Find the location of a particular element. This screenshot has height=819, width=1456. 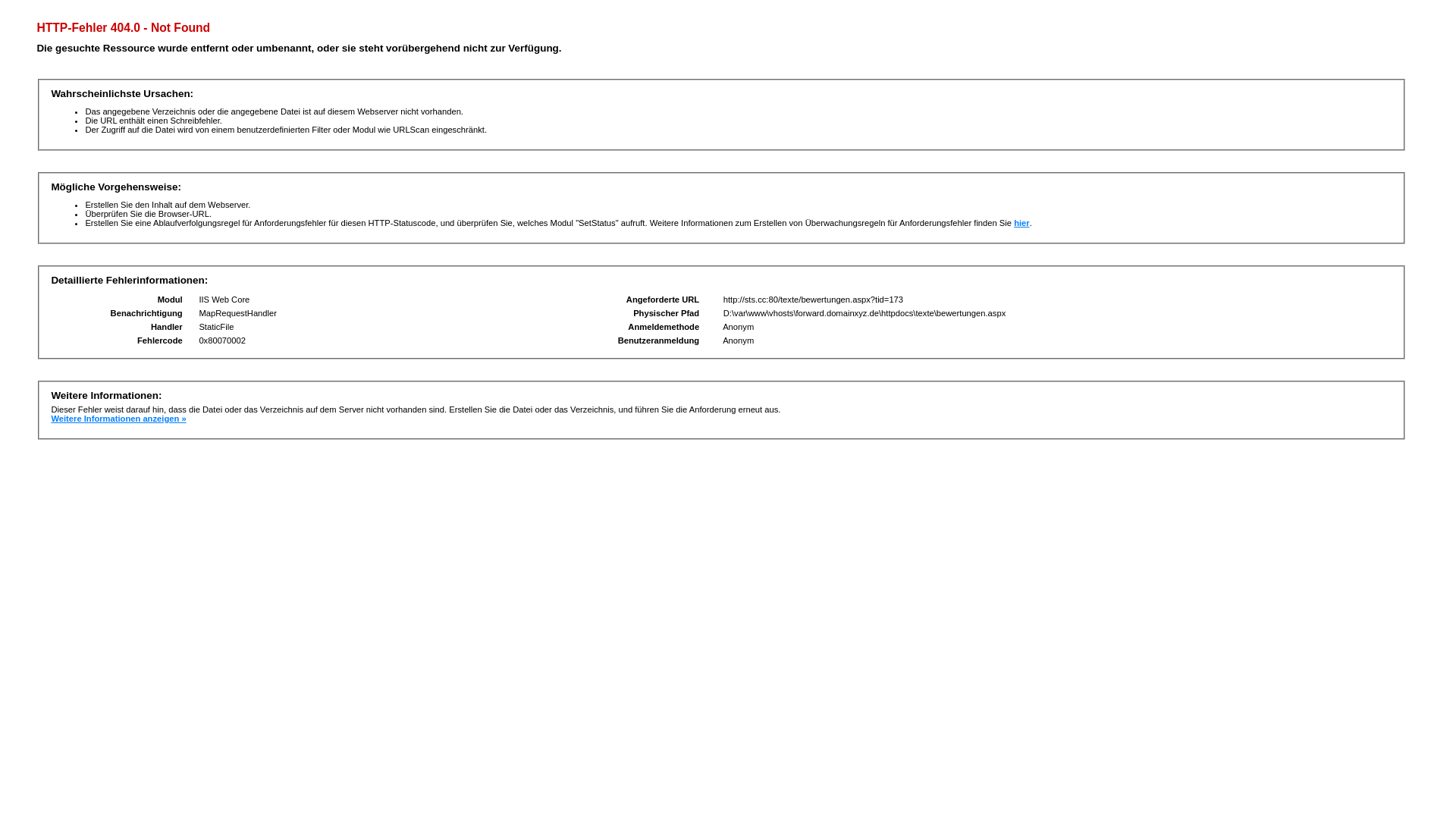

'hier' is located at coordinates (1021, 222).